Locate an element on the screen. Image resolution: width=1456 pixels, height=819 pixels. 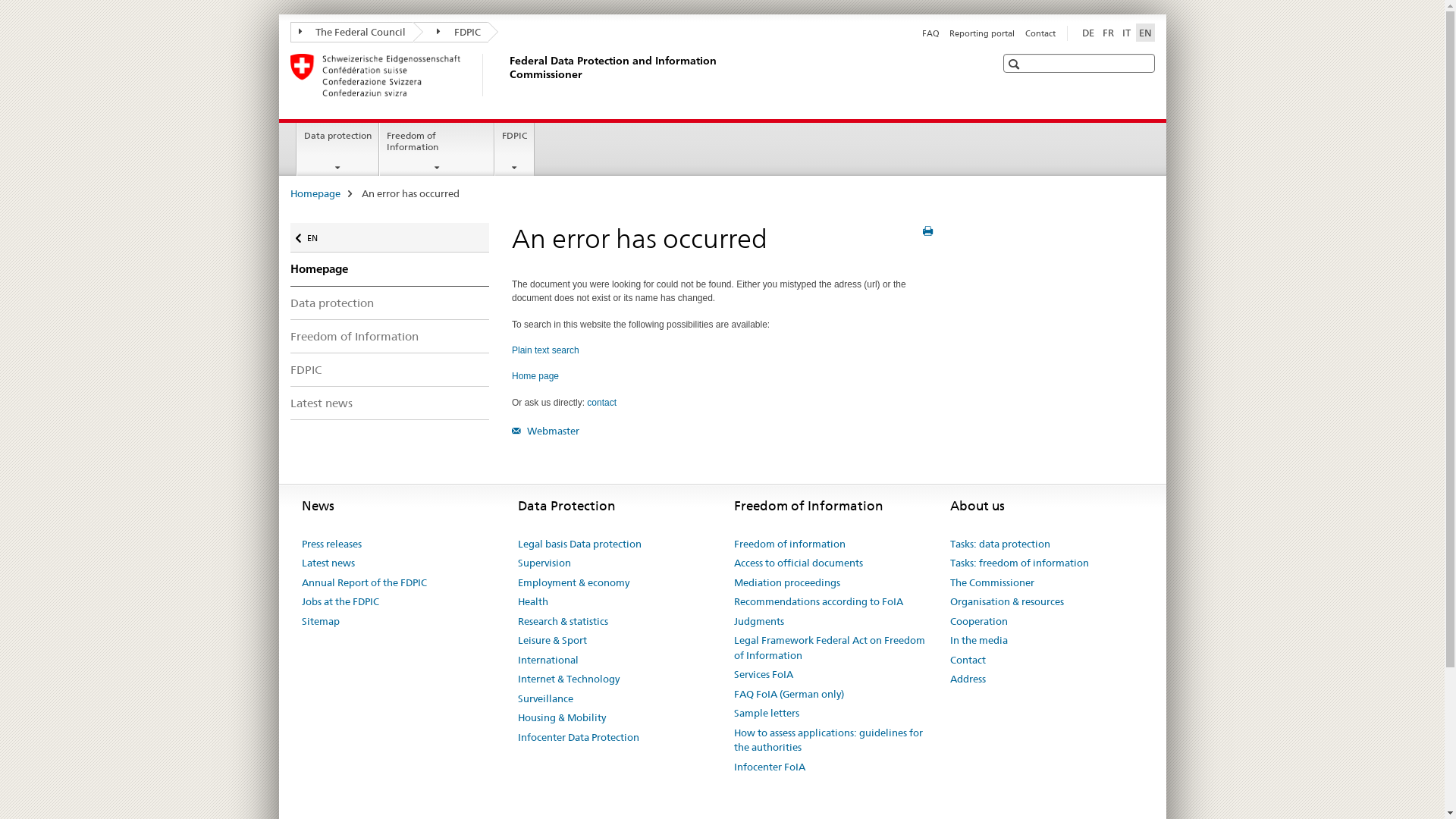
'Homepage' is located at coordinates (290, 192).